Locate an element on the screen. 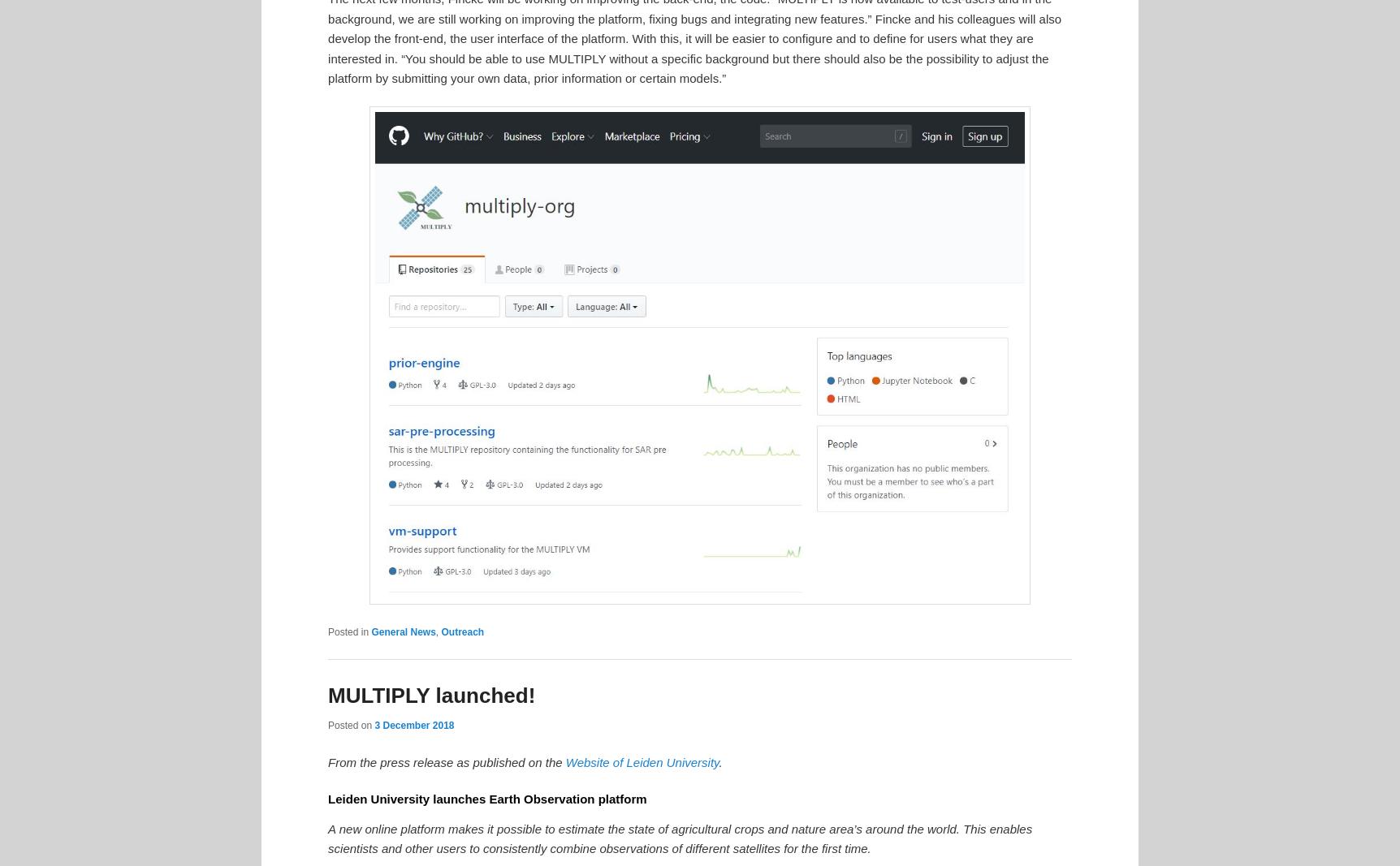  'General News' is located at coordinates (403, 630).